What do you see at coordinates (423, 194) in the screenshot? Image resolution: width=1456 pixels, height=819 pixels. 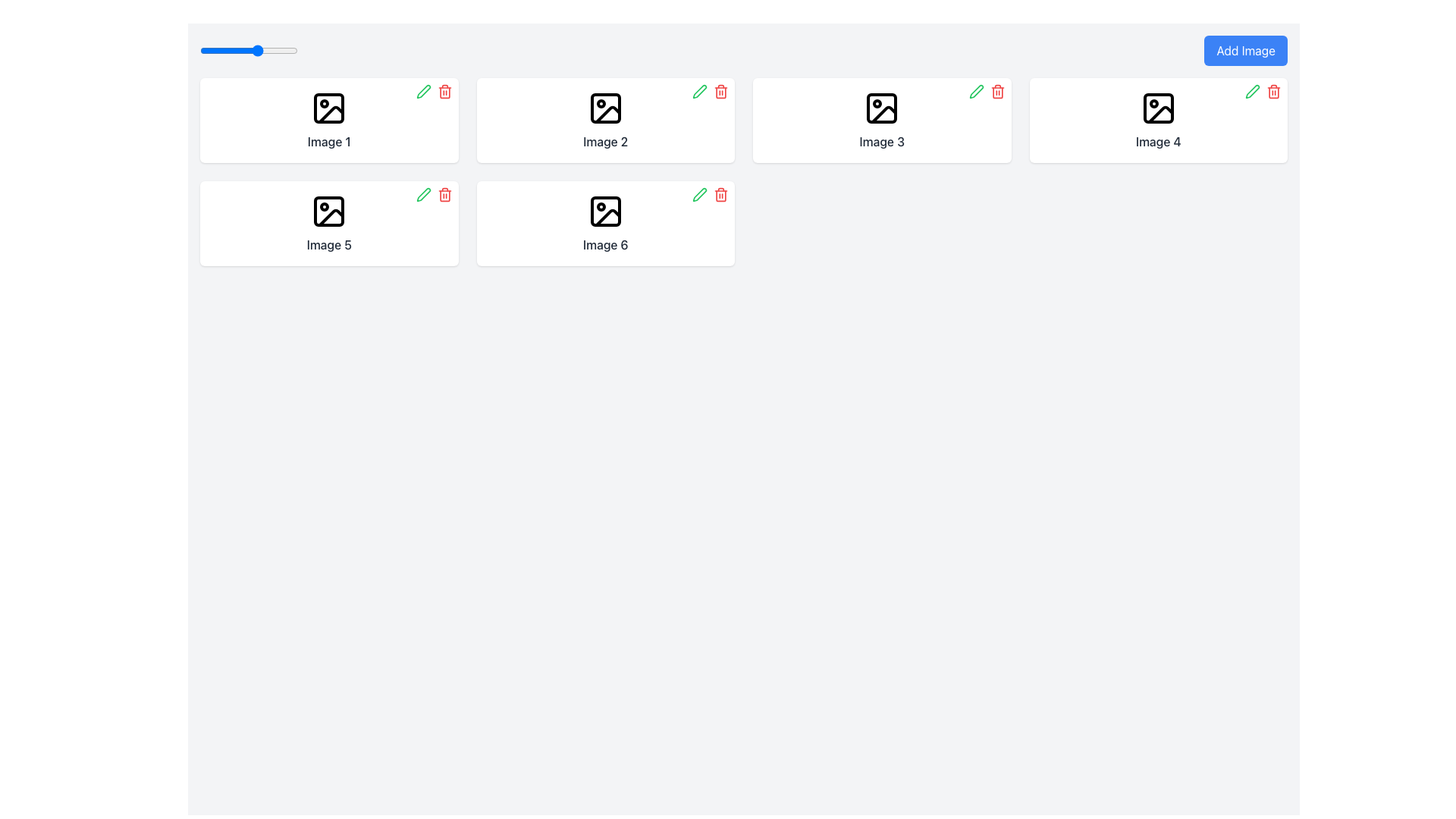 I see `the green pencil icon located in the top-right corner of the card-like block to initiate editing` at bounding box center [423, 194].